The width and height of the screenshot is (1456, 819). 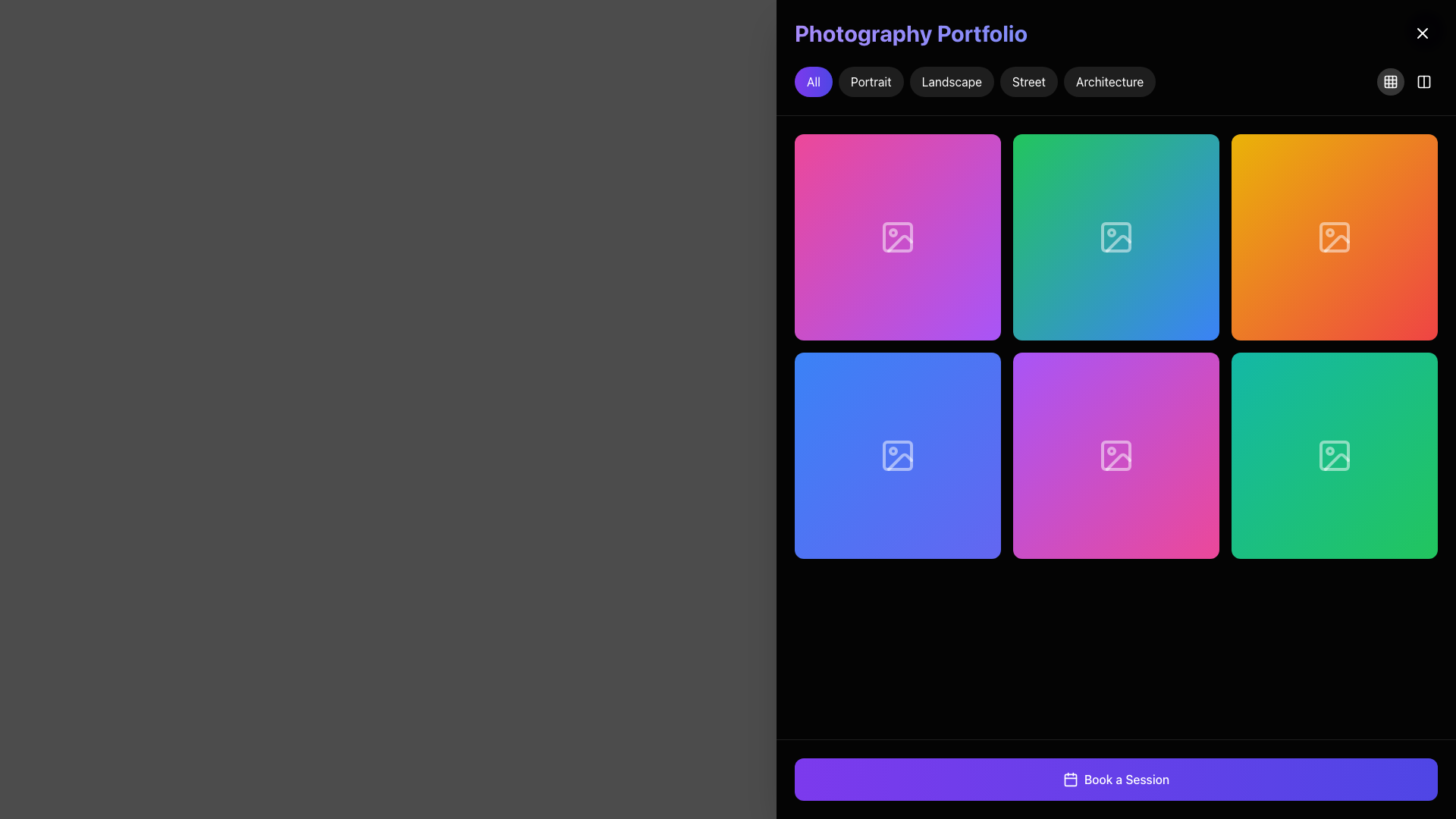 I want to click on the 'Architecture' button in the interactive button group to filter content, so click(x=1116, y=82).